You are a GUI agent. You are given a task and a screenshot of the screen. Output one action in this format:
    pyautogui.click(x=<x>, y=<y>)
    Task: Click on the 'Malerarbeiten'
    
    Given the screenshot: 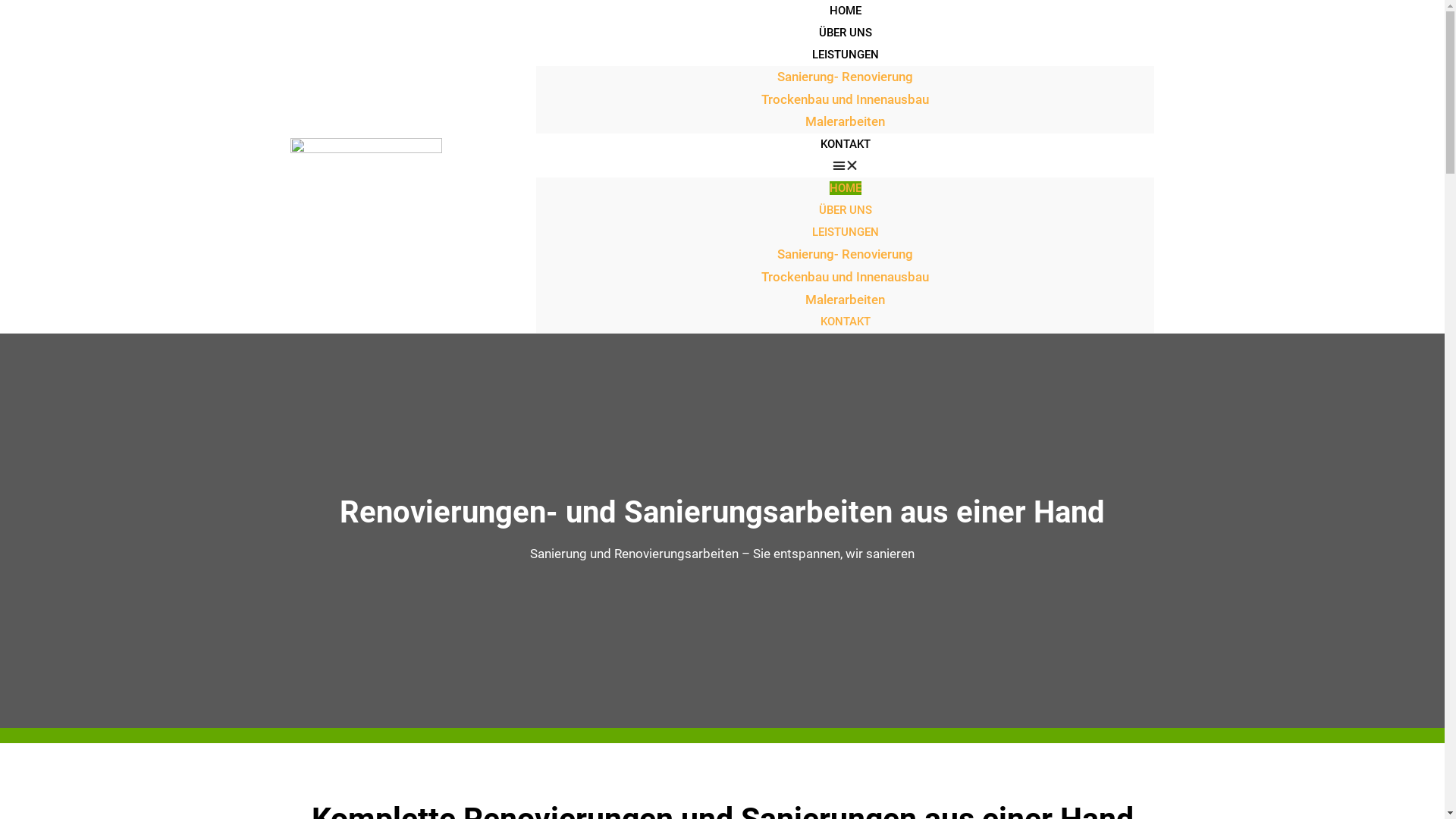 What is the action you would take?
    pyautogui.click(x=804, y=299)
    